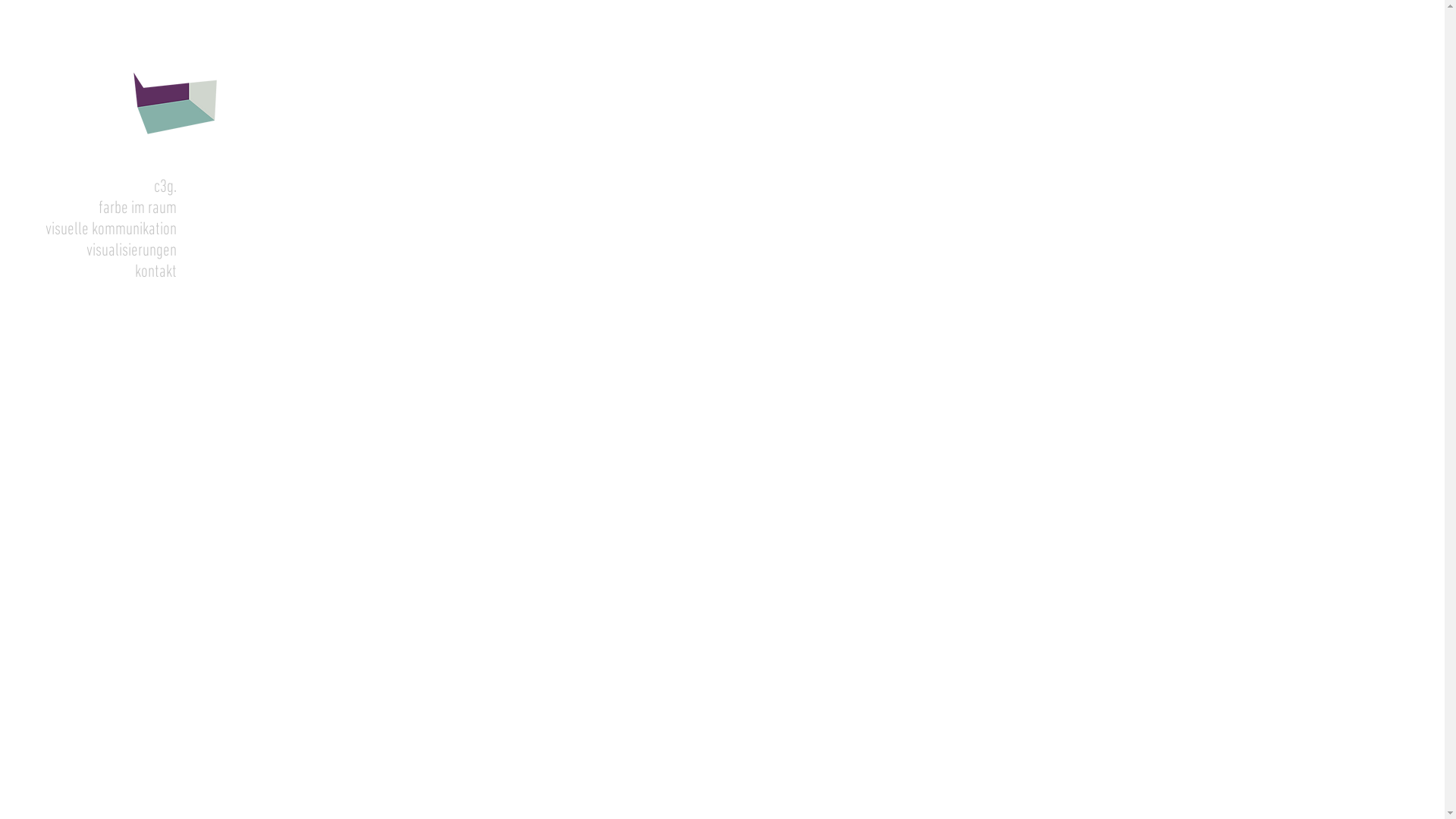  What do you see at coordinates (87, 230) in the screenshot?
I see `'visuelle kommunikation'` at bounding box center [87, 230].